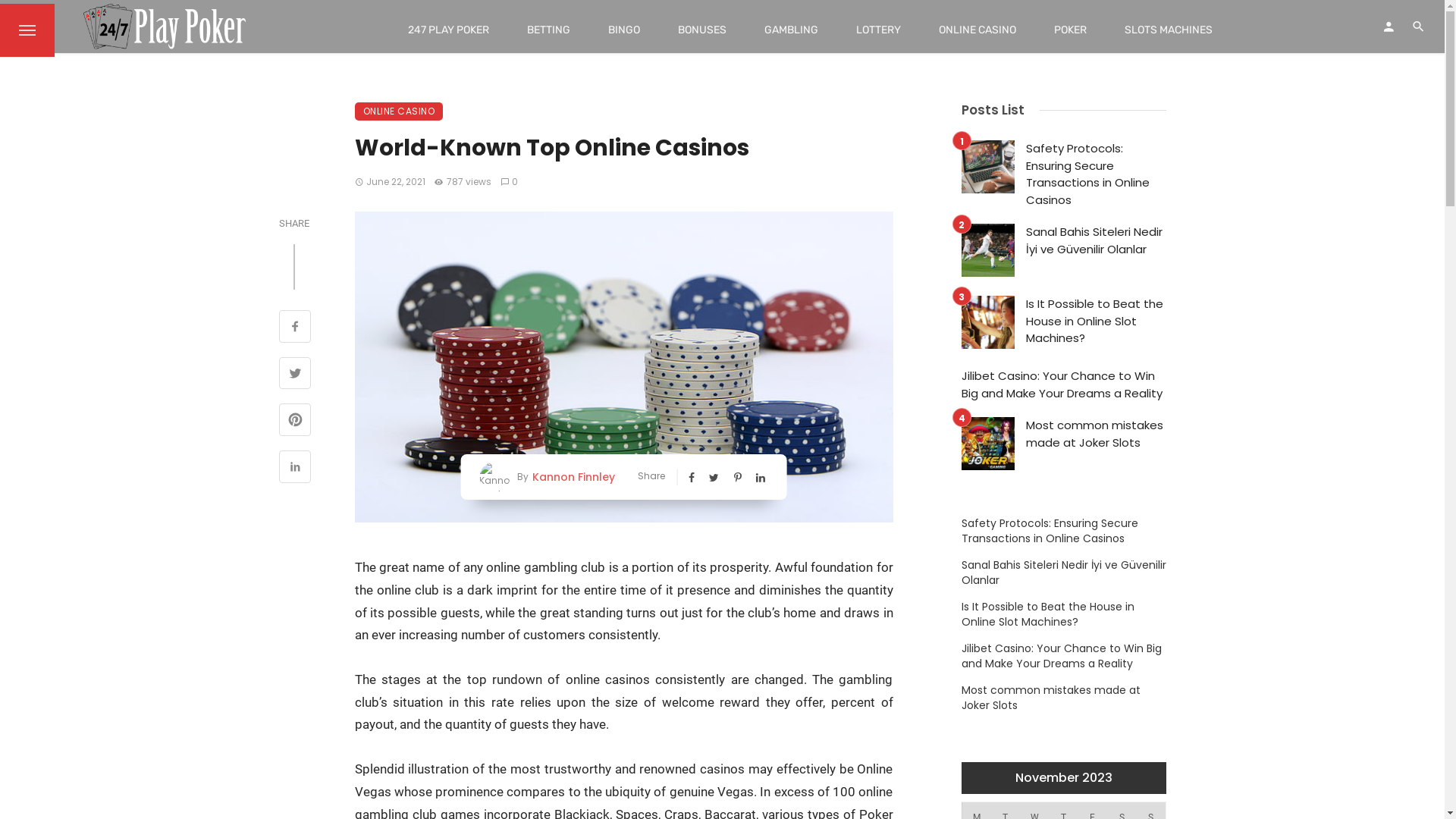  I want to click on 'Kannon Finnley', so click(528, 475).